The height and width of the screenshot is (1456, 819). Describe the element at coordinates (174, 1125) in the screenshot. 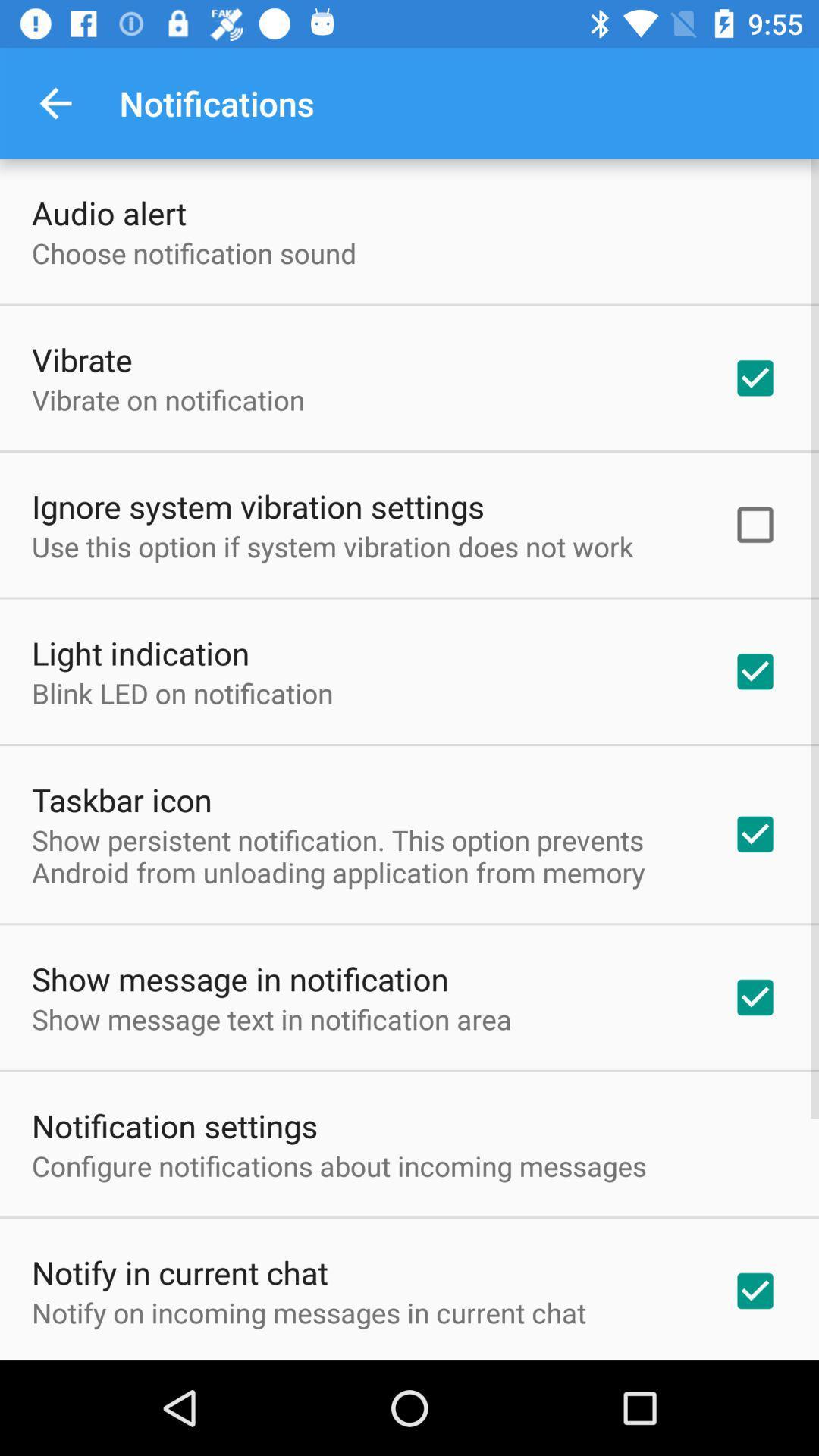

I see `the notification settings item` at that location.